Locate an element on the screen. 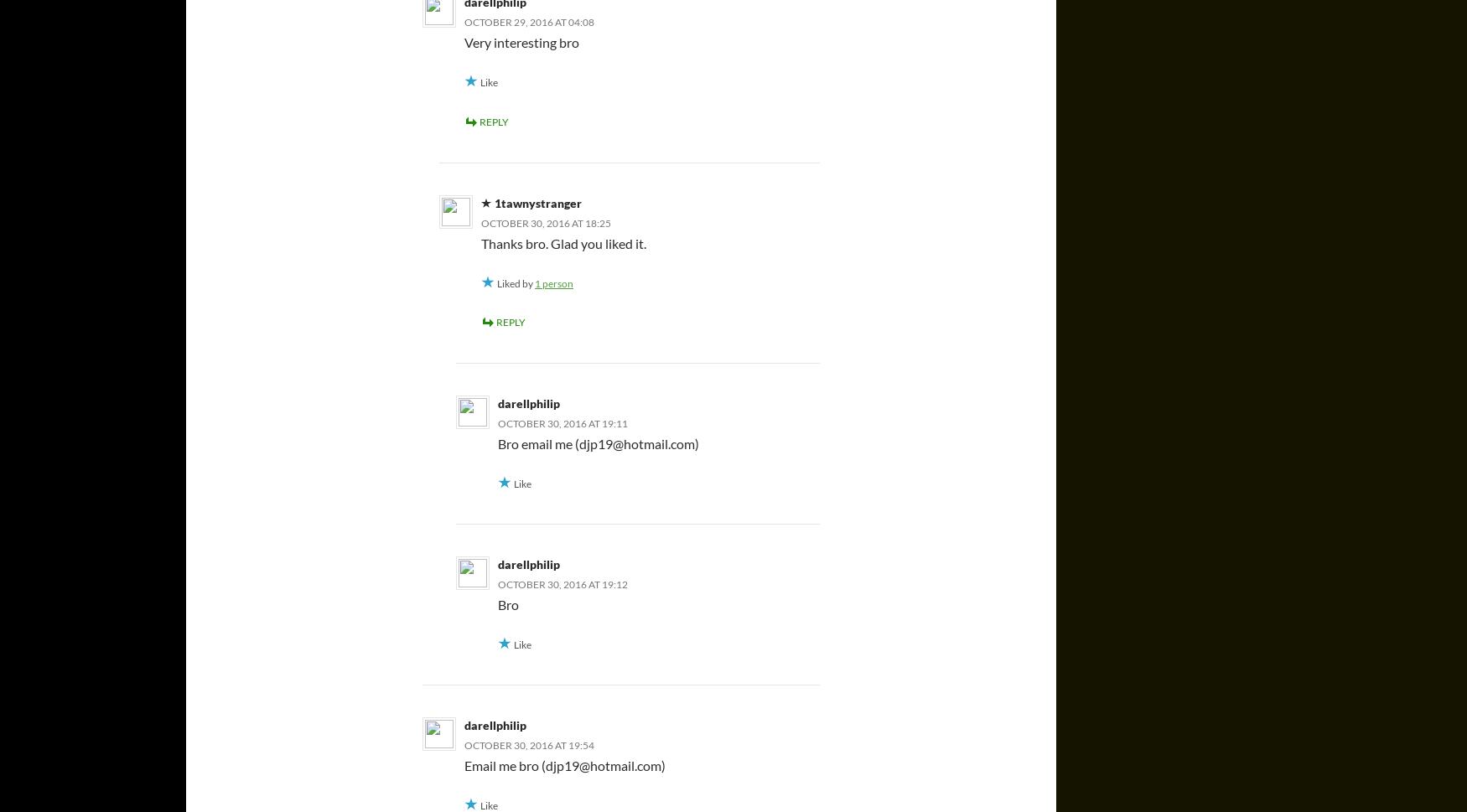  'Bro' is located at coordinates (508, 604).